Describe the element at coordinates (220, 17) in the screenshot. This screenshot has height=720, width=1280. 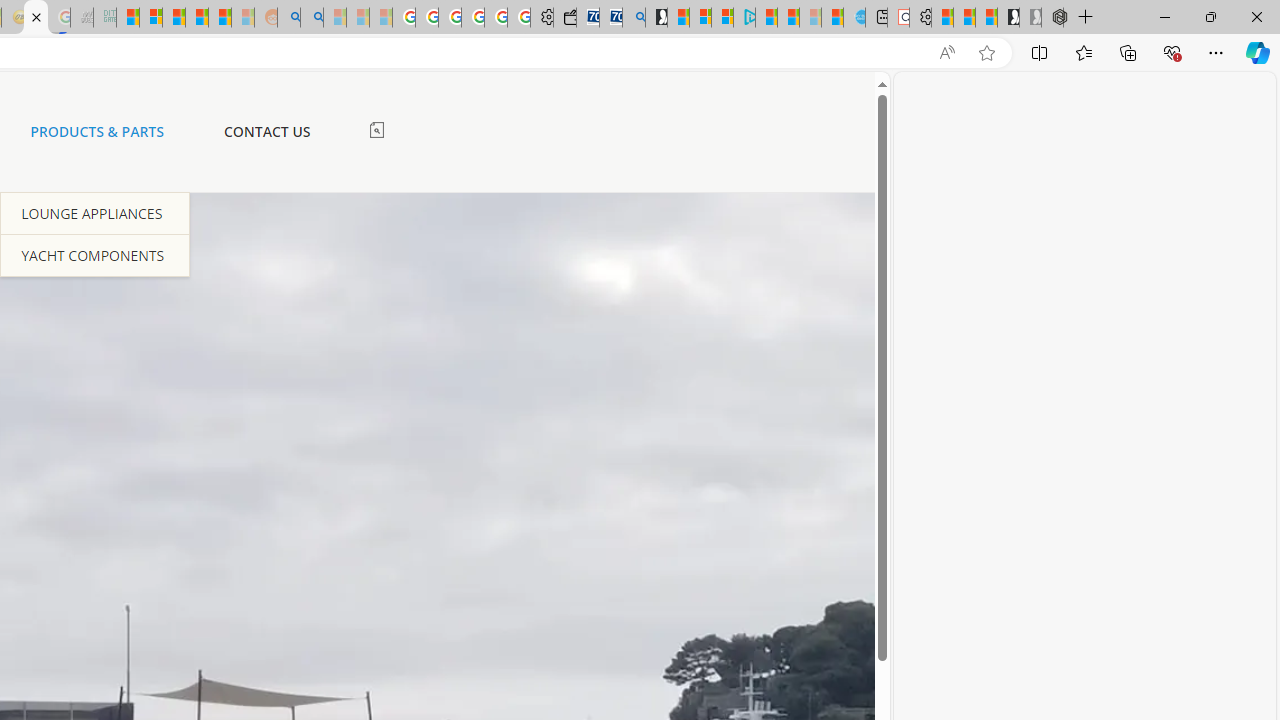
I see `'Student Loan Update: Forgiveness Program Ends This Month'` at that location.